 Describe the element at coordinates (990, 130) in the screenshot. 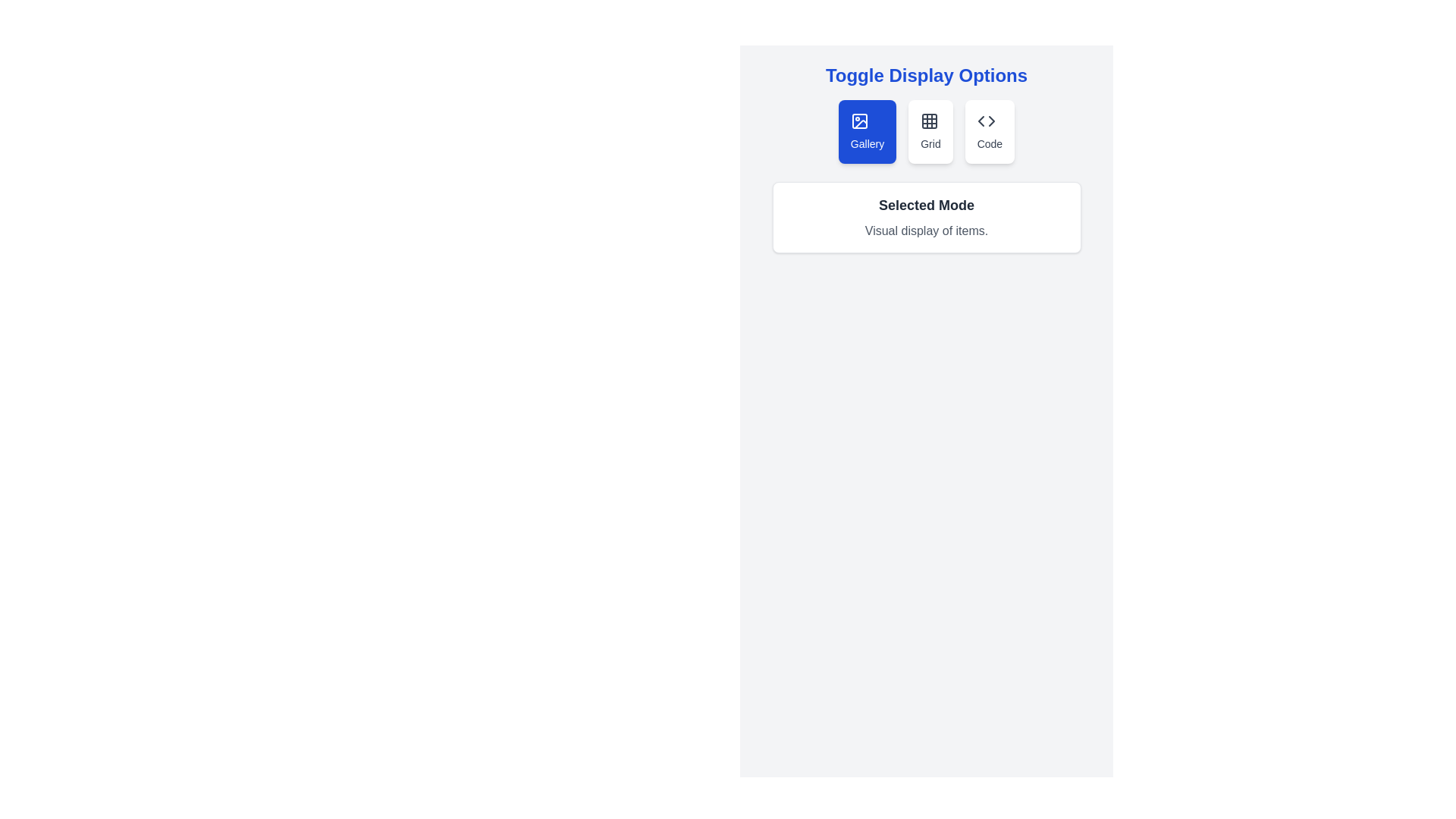

I see `the Code button to toggle the display mode` at that location.